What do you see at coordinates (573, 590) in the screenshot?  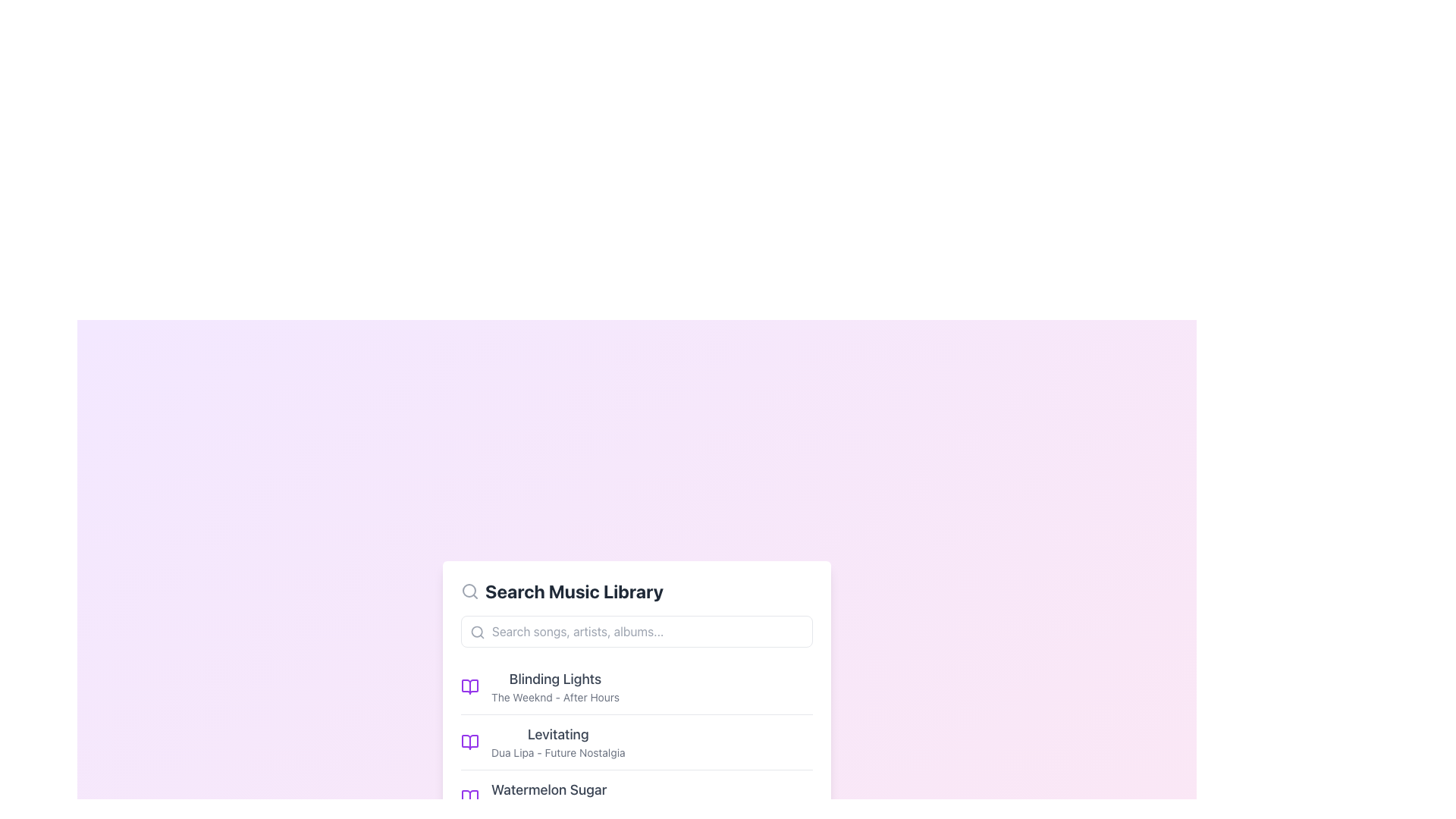 I see `the descriptive text label for the music library search section, which is positioned near the top of the content area and is adjacent to a search icon` at bounding box center [573, 590].